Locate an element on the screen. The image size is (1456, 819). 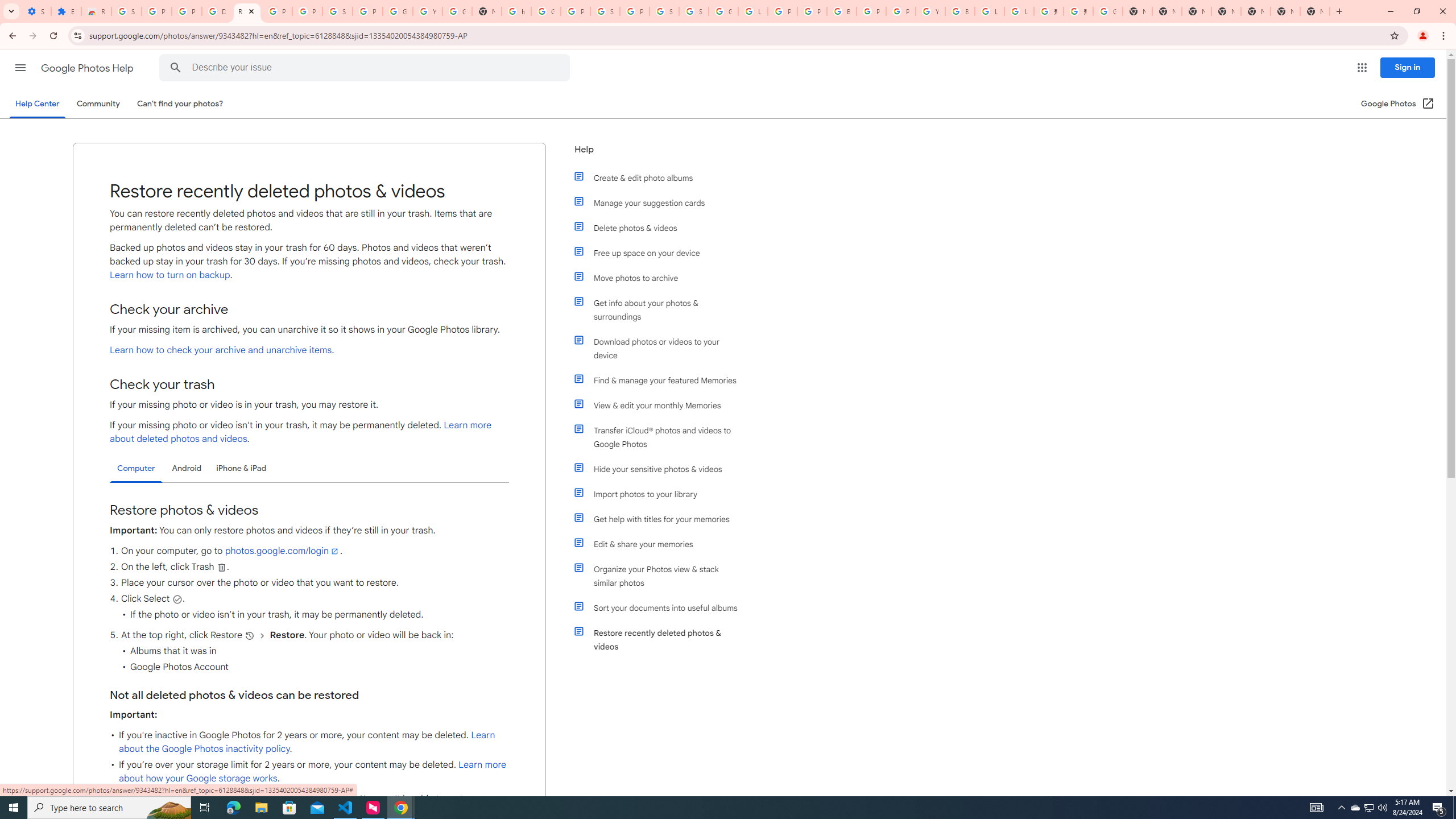
'Free up space on your device' is located at coordinates (661, 253).